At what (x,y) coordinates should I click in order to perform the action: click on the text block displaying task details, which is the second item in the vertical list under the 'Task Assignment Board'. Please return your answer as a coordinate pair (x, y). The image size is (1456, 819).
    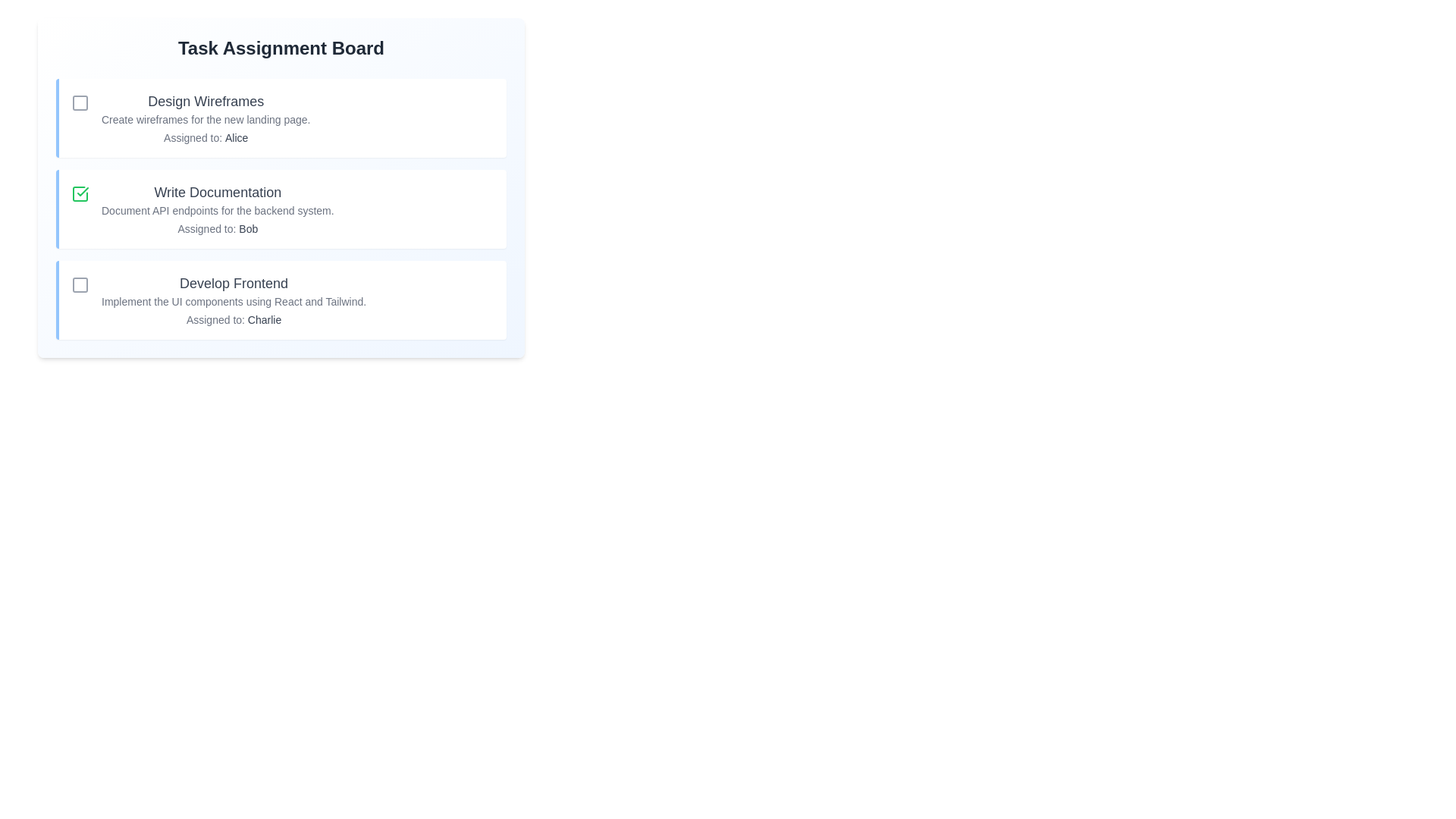
    Looking at the image, I should click on (217, 209).